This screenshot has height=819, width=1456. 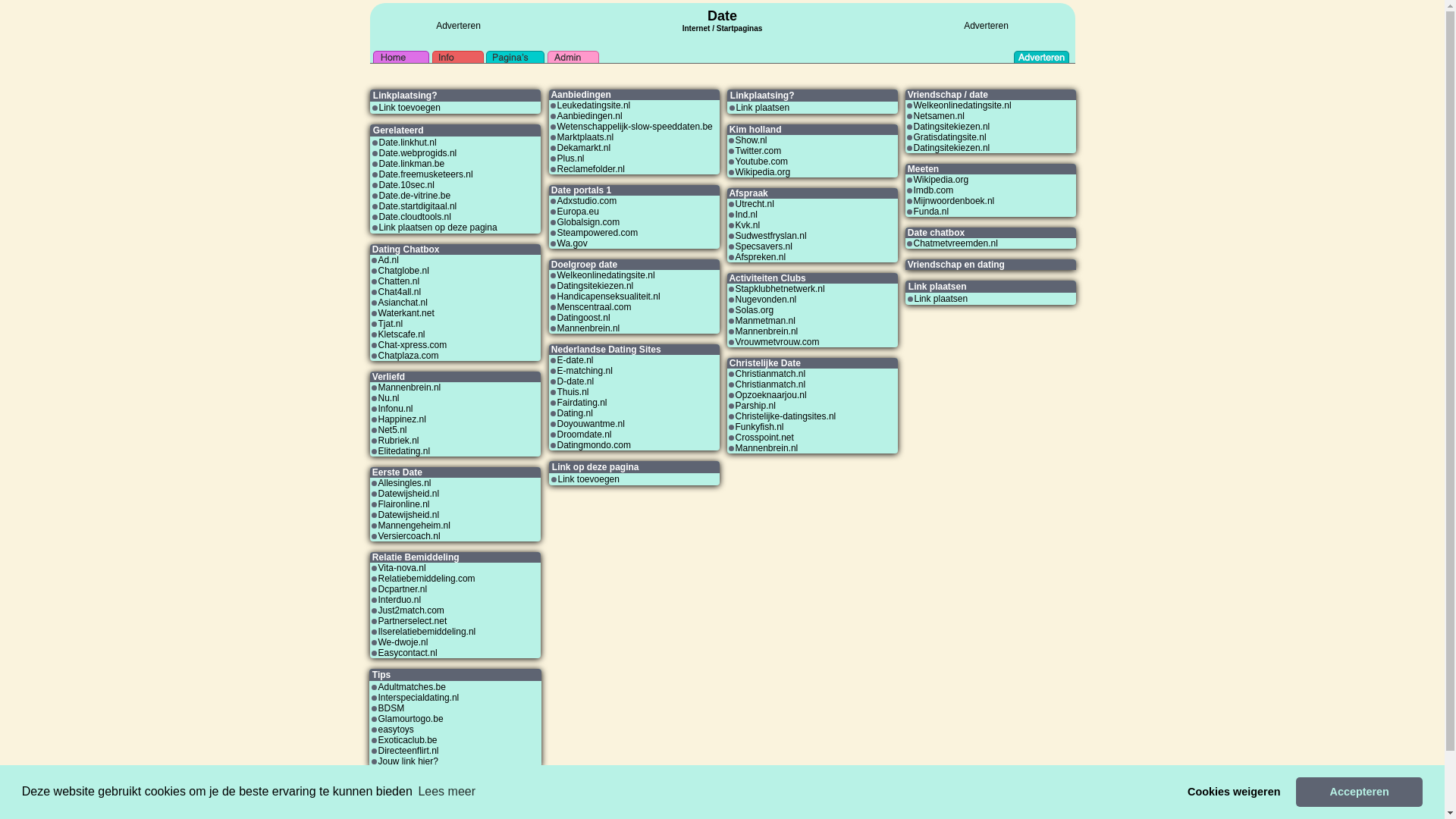 What do you see at coordinates (437, 227) in the screenshot?
I see `'Link plaatsen op deze pagina'` at bounding box center [437, 227].